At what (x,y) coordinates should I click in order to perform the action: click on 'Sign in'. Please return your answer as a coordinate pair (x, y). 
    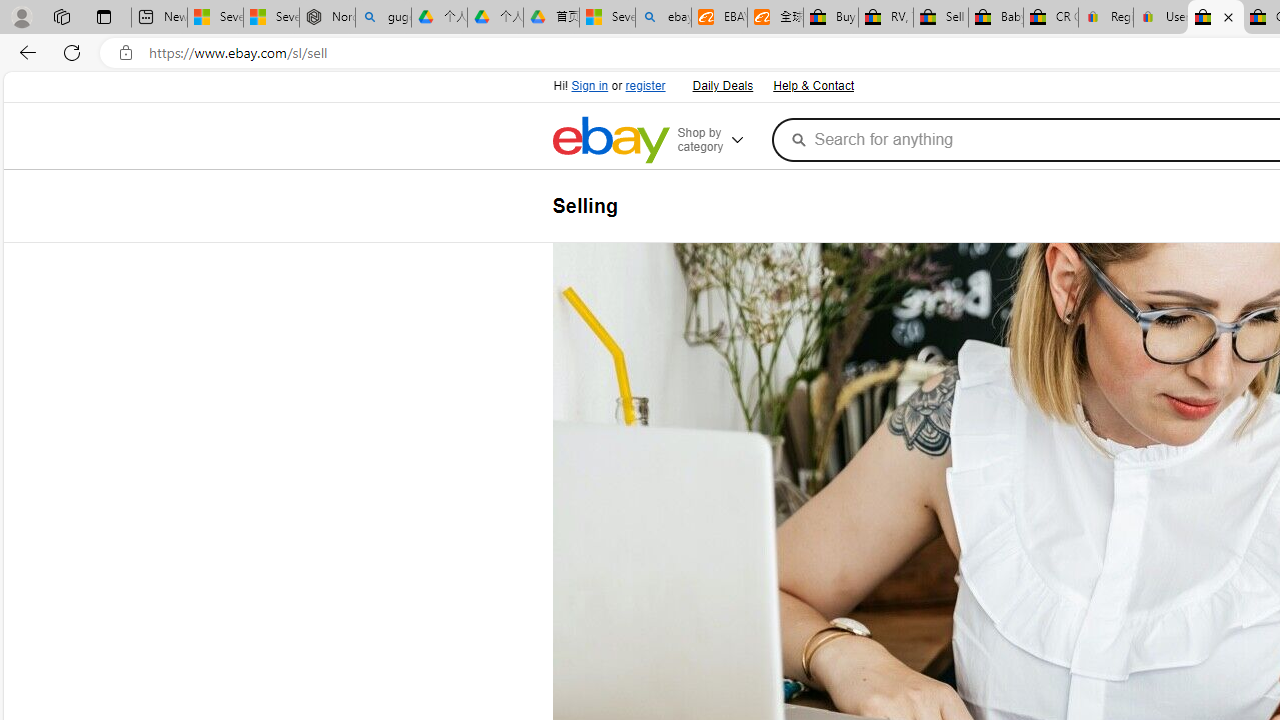
    Looking at the image, I should click on (589, 85).